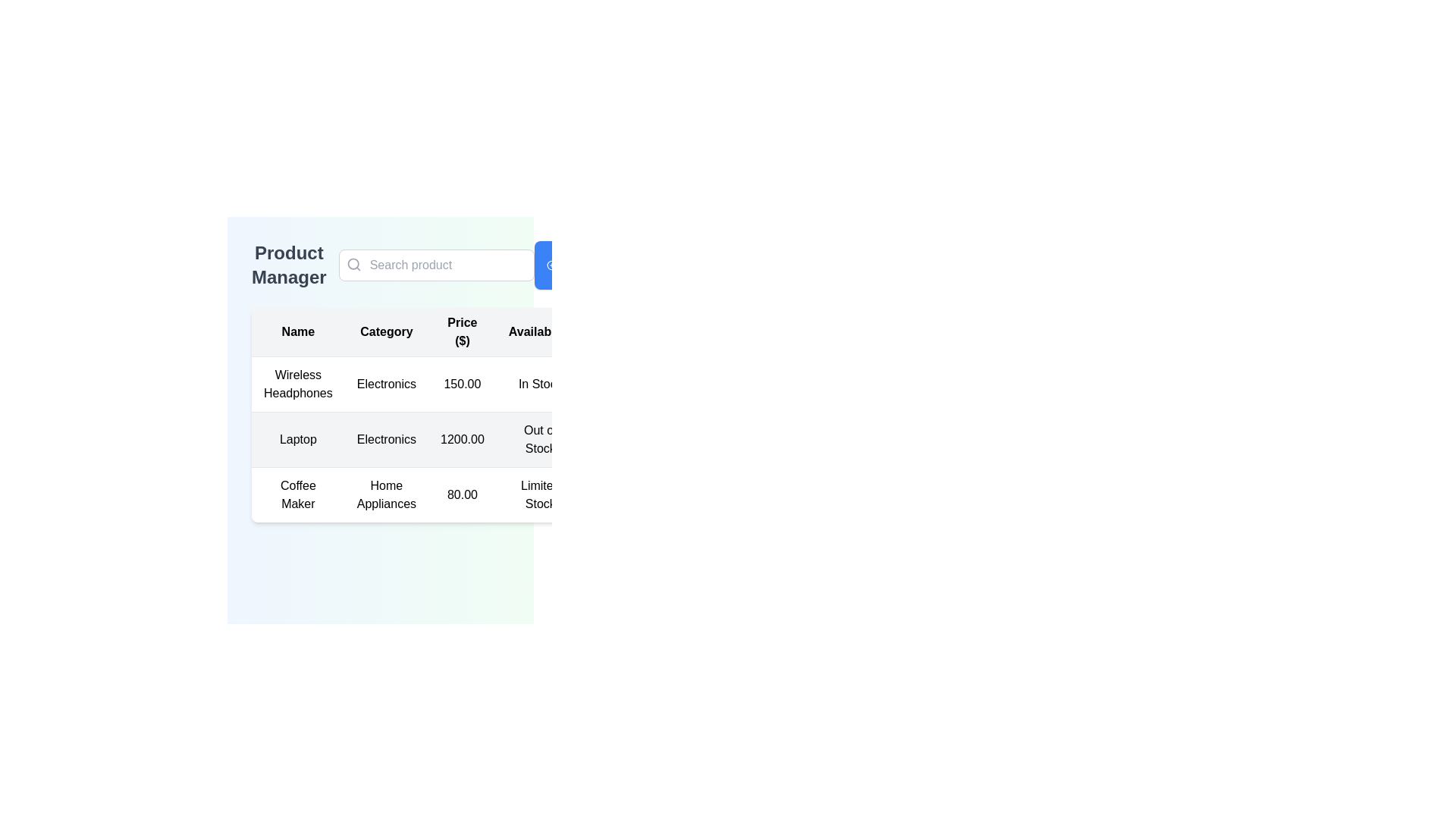  Describe the element at coordinates (461, 494) in the screenshot. I see `the static text displaying the price of the Coffee Maker` at that location.